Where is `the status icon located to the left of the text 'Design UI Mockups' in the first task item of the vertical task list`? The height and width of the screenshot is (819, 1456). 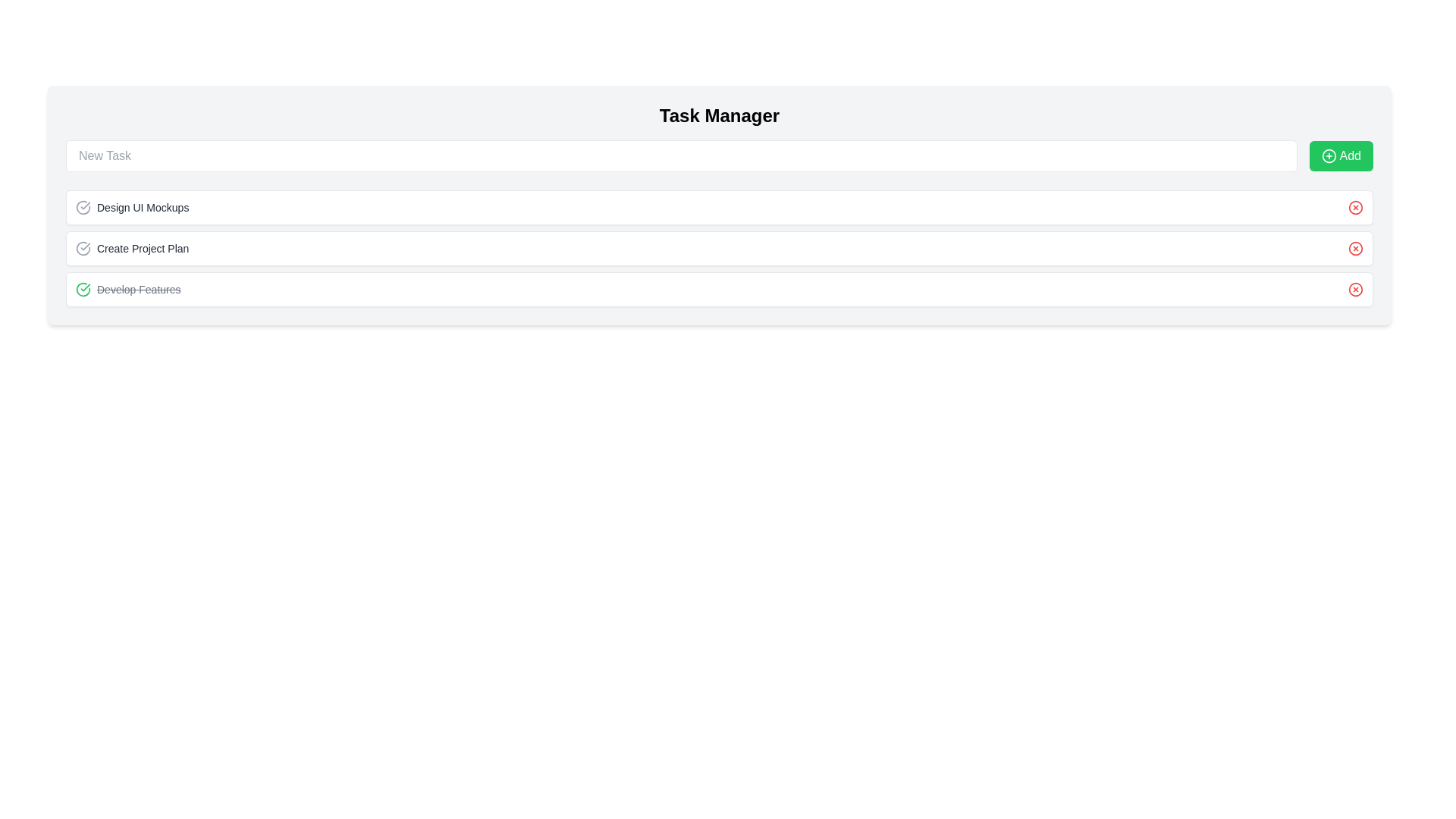 the status icon located to the left of the text 'Design UI Mockups' in the first task item of the vertical task list is located at coordinates (83, 207).